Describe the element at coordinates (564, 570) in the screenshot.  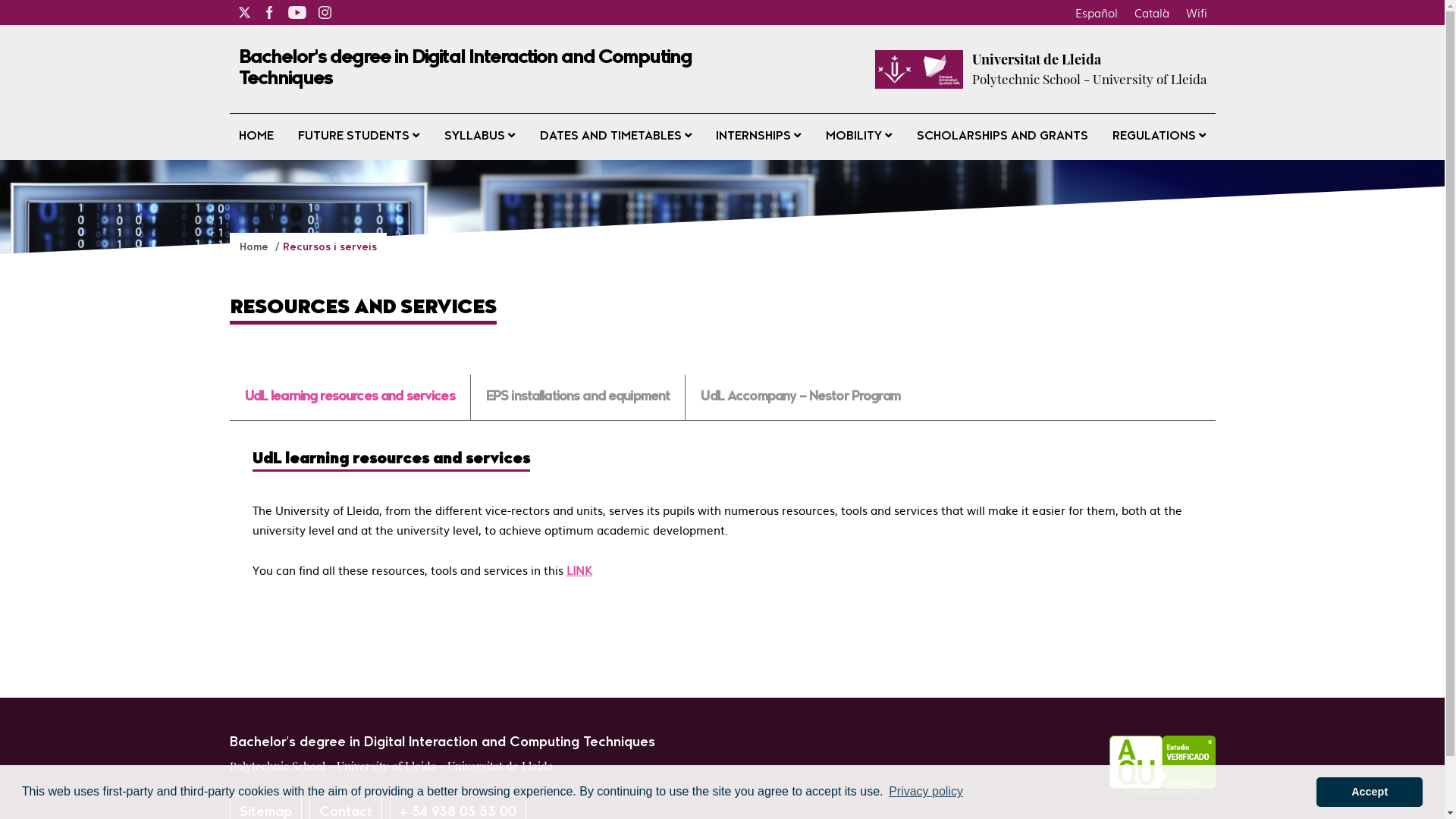
I see `'LINK'` at that location.